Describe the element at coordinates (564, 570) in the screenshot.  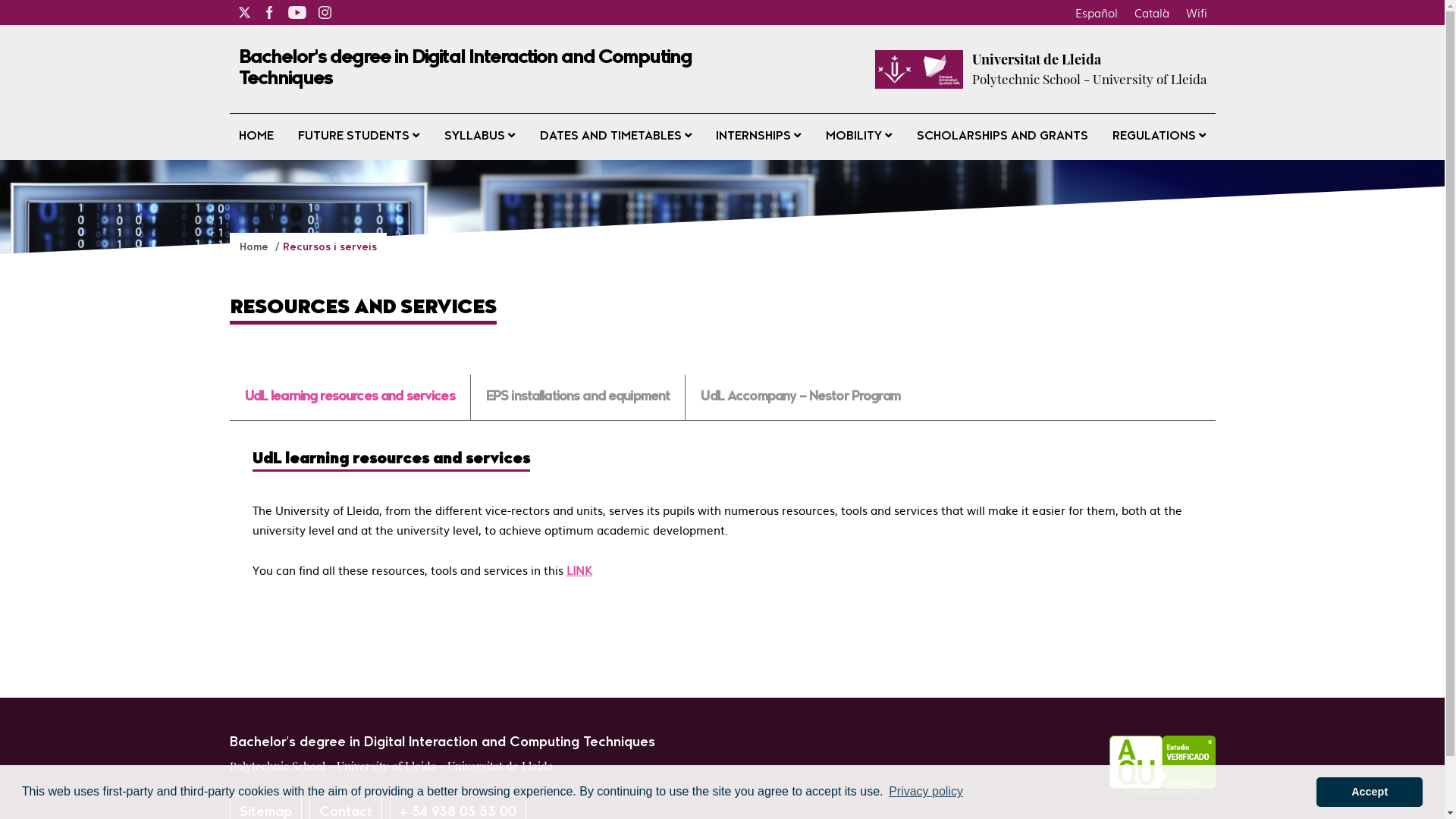
I see `'LINK'` at that location.